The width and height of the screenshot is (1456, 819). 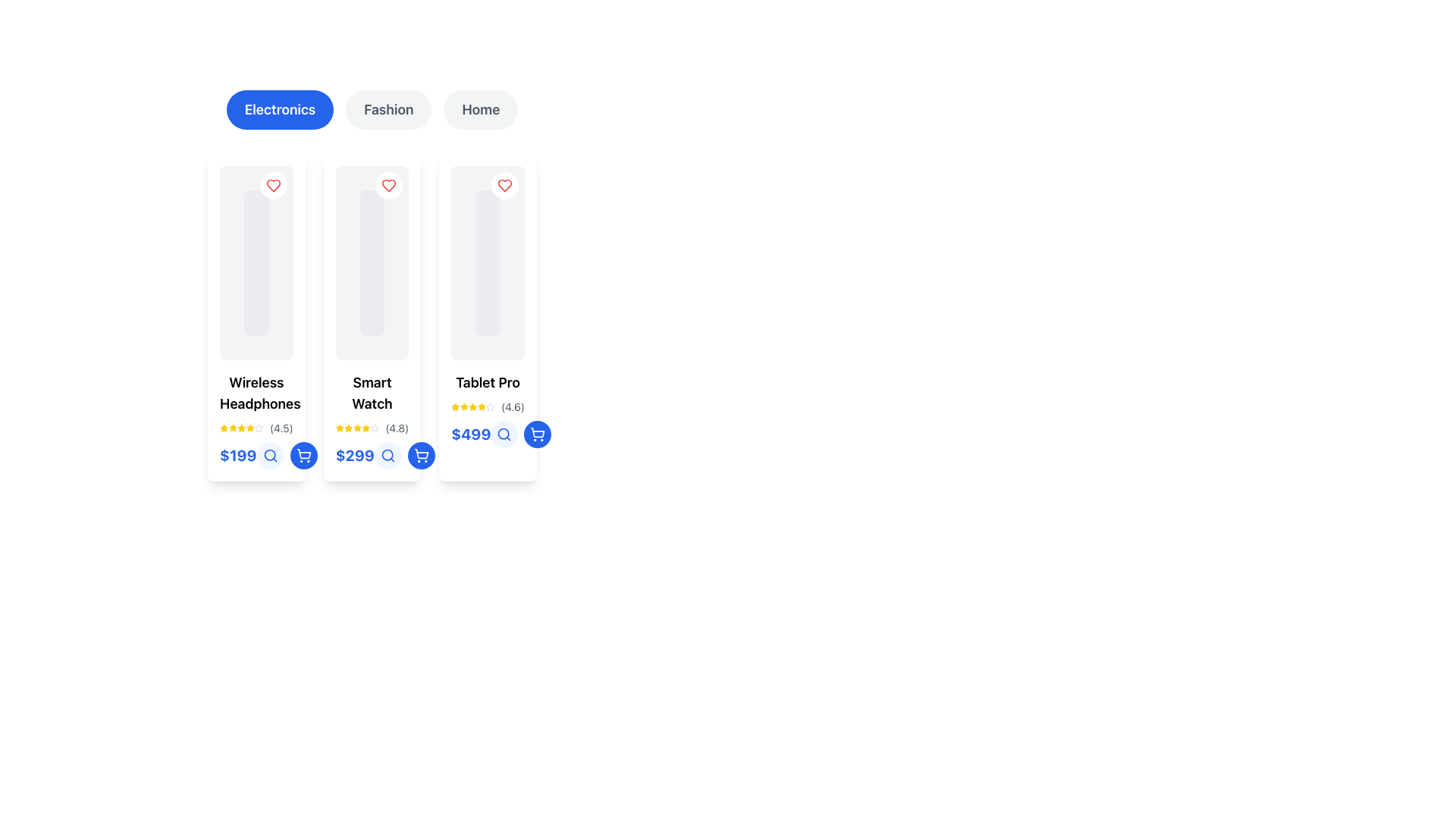 I want to click on the visual indicator icon for the 'Tablet Pro' product located at the top central region of the card, to the right of the main image placeholder, so click(x=463, y=406).